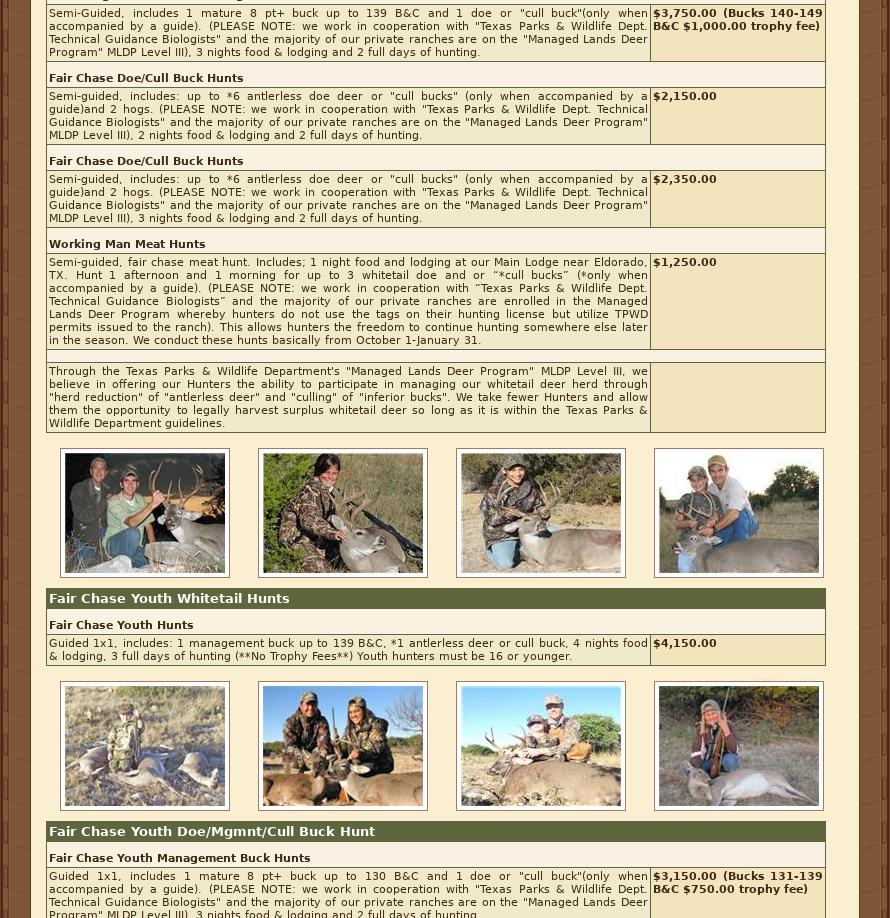  Describe the element at coordinates (169, 597) in the screenshot. I see `'Fair Chase Youth Whitetail Hunts'` at that location.